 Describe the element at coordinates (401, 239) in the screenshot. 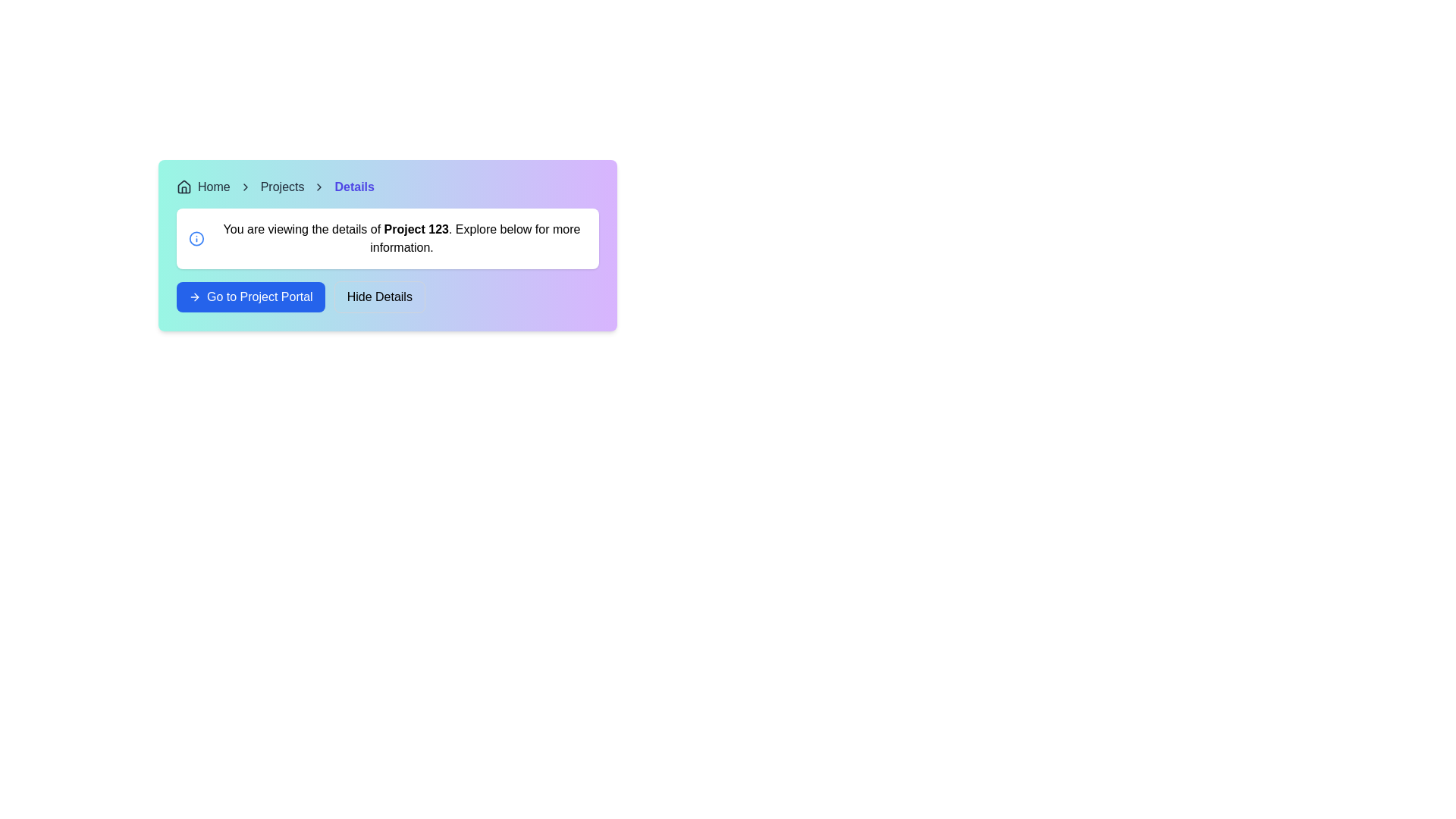

I see `text block containing the message 'You are viewing the details of Project 123. Explore below for more information.' which is centrally located inside a white box below the breadcrumb navigation bar and above the blue button labeled 'Go to Project Portal'` at that location.